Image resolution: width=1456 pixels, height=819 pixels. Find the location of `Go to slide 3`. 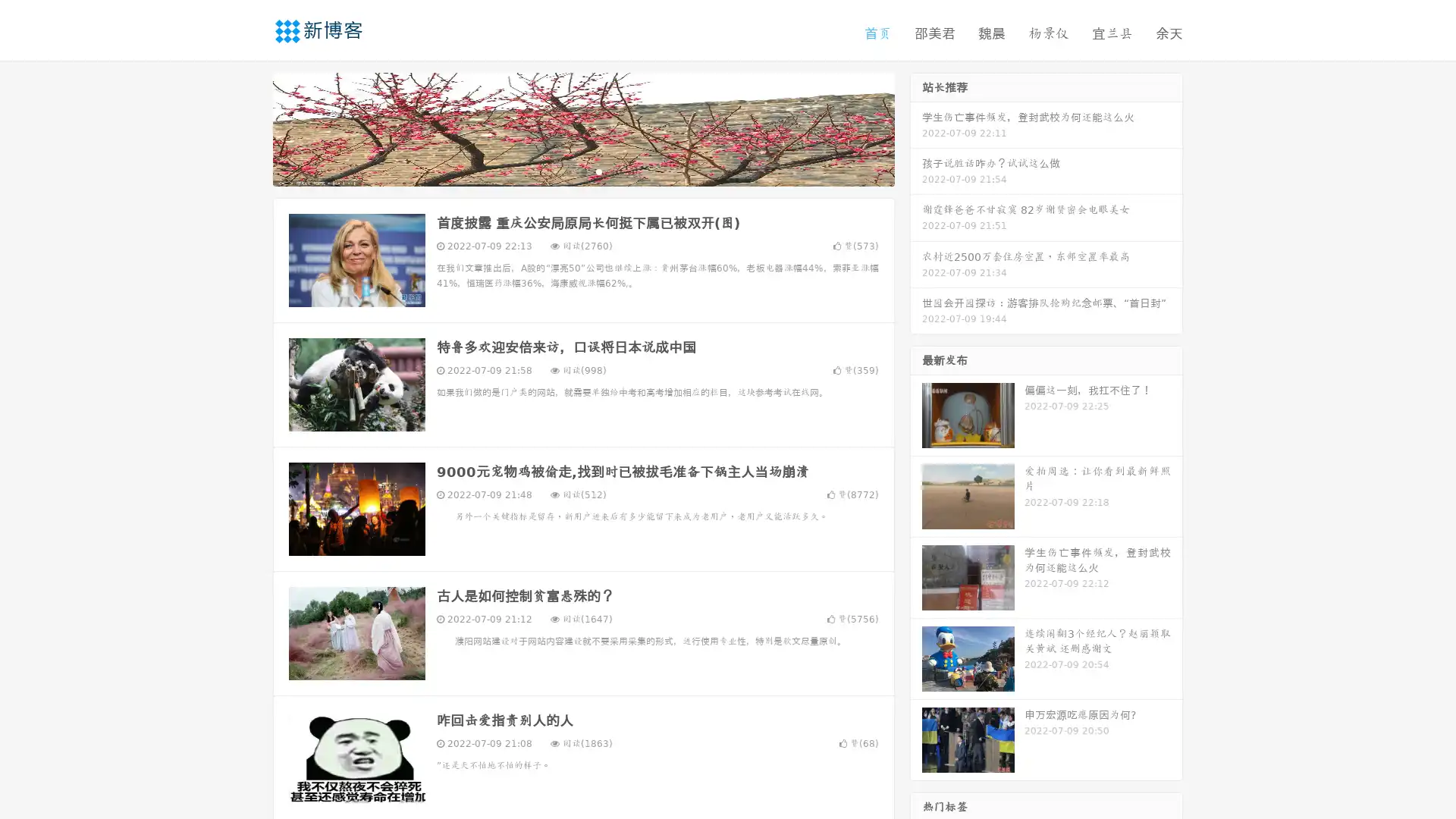

Go to slide 3 is located at coordinates (598, 171).